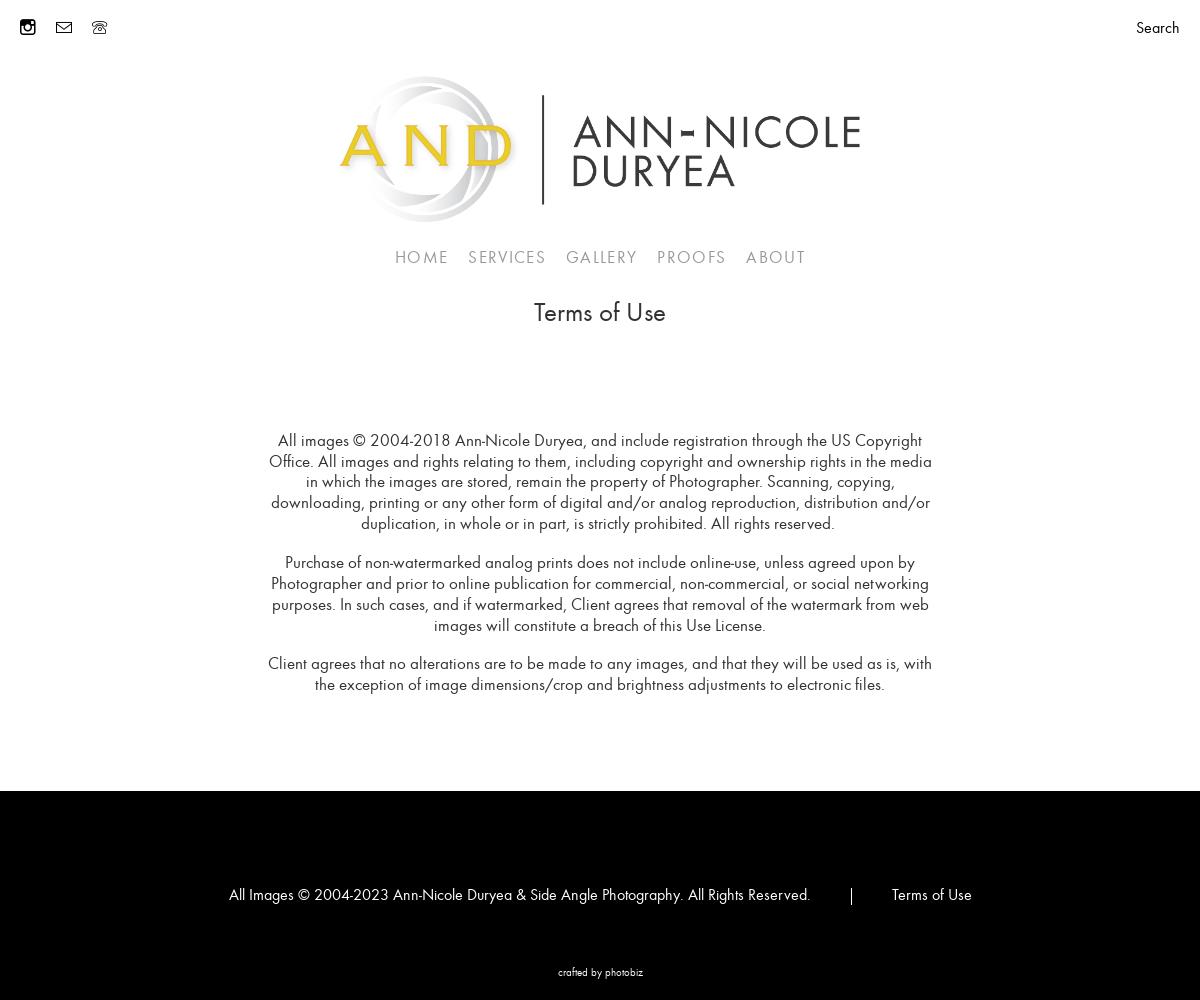 The width and height of the screenshot is (1200, 1000). I want to click on 'SERVICES', so click(506, 257).